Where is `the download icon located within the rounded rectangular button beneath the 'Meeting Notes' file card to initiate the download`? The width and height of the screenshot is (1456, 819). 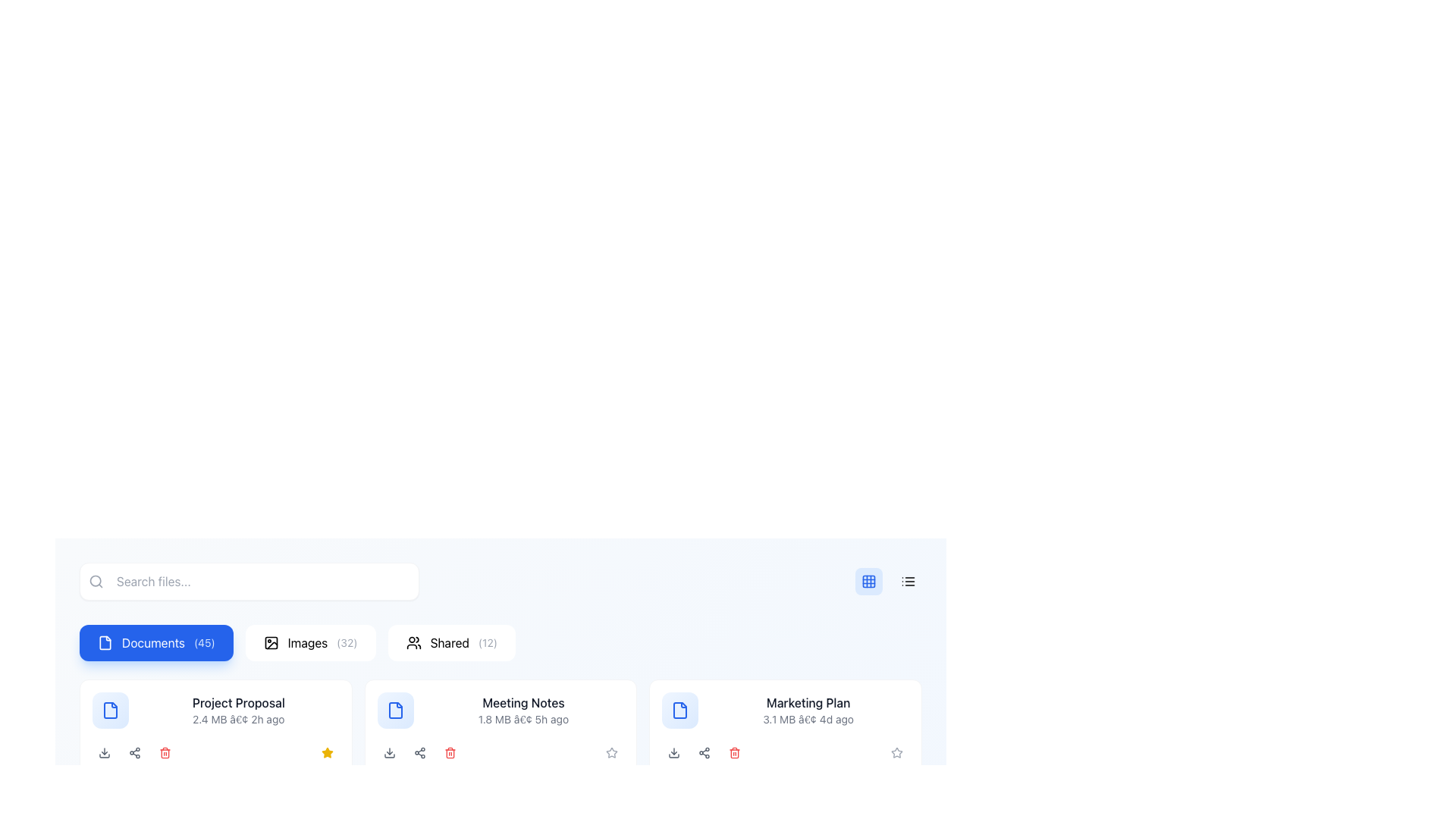
the download icon located within the rounded rectangular button beneath the 'Meeting Notes' file card to initiate the download is located at coordinates (389, 752).